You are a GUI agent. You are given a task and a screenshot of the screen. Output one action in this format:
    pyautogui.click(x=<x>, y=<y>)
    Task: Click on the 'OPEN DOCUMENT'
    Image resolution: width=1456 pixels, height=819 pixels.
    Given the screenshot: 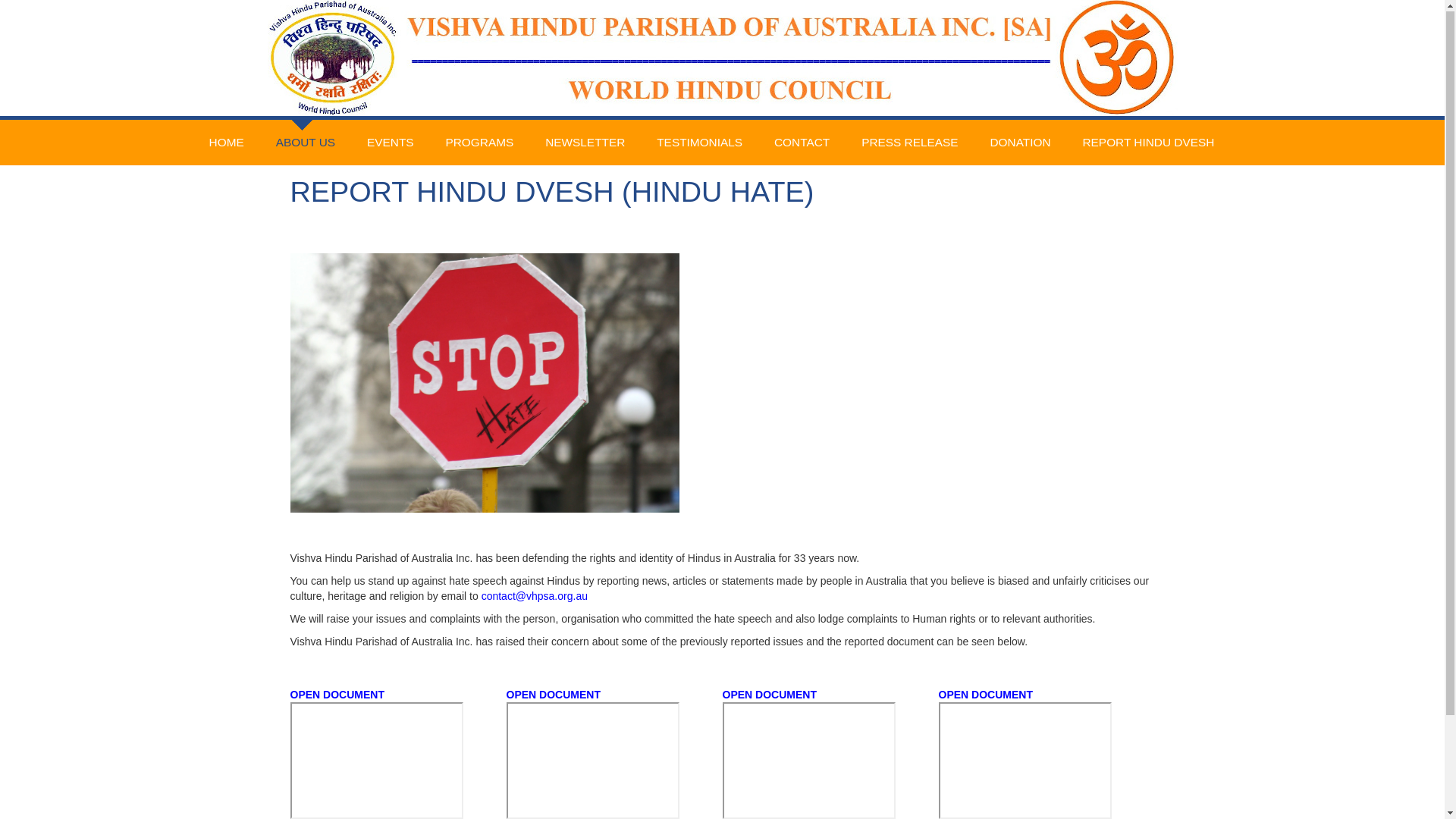 What is the action you would take?
    pyautogui.click(x=336, y=695)
    